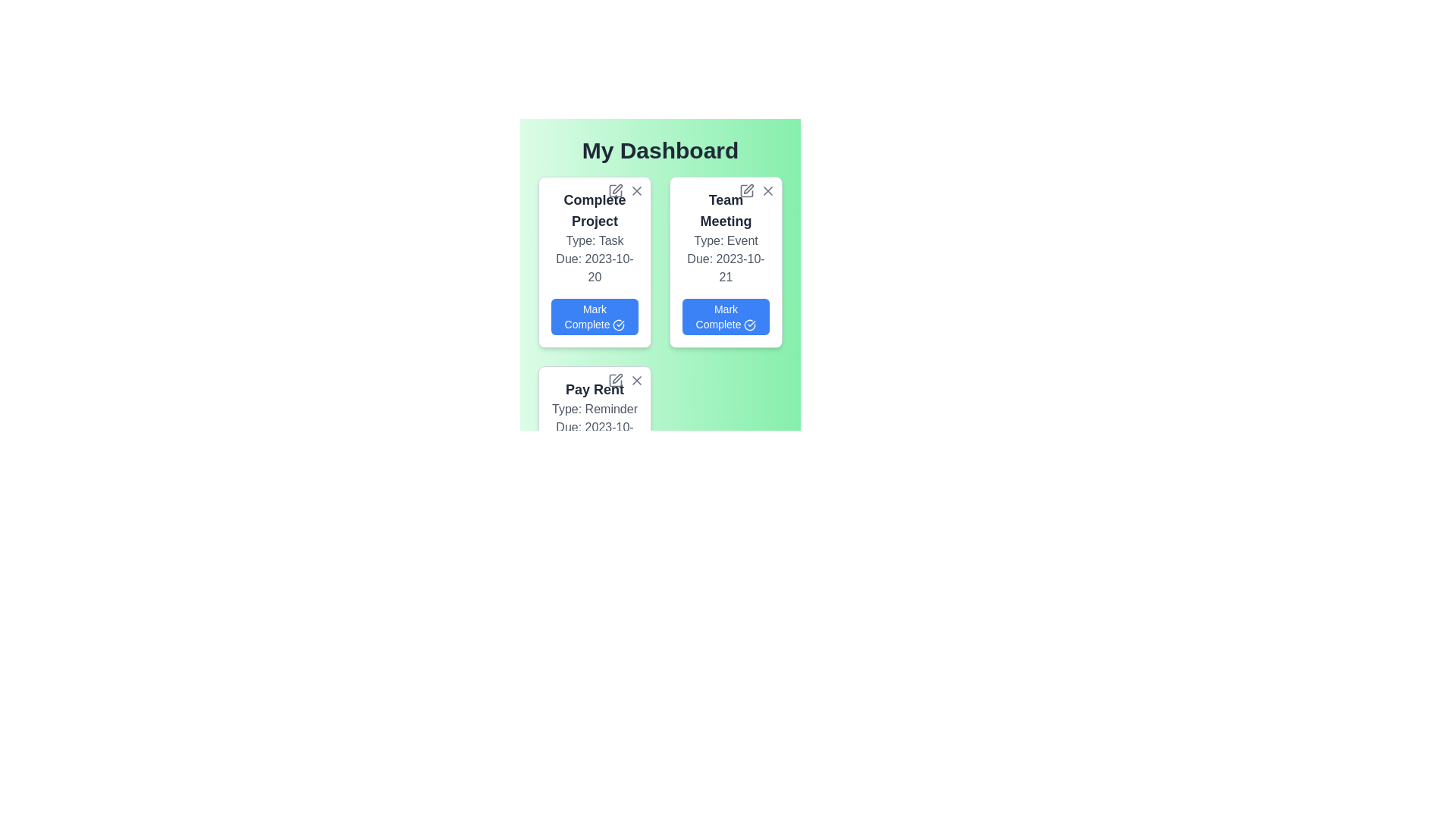  Describe the element at coordinates (594, 268) in the screenshot. I see `the text label displaying 'Due: 2023-10-20' which is part of the card titled 'Complete Project', located in the lower-middle section of the card` at that location.